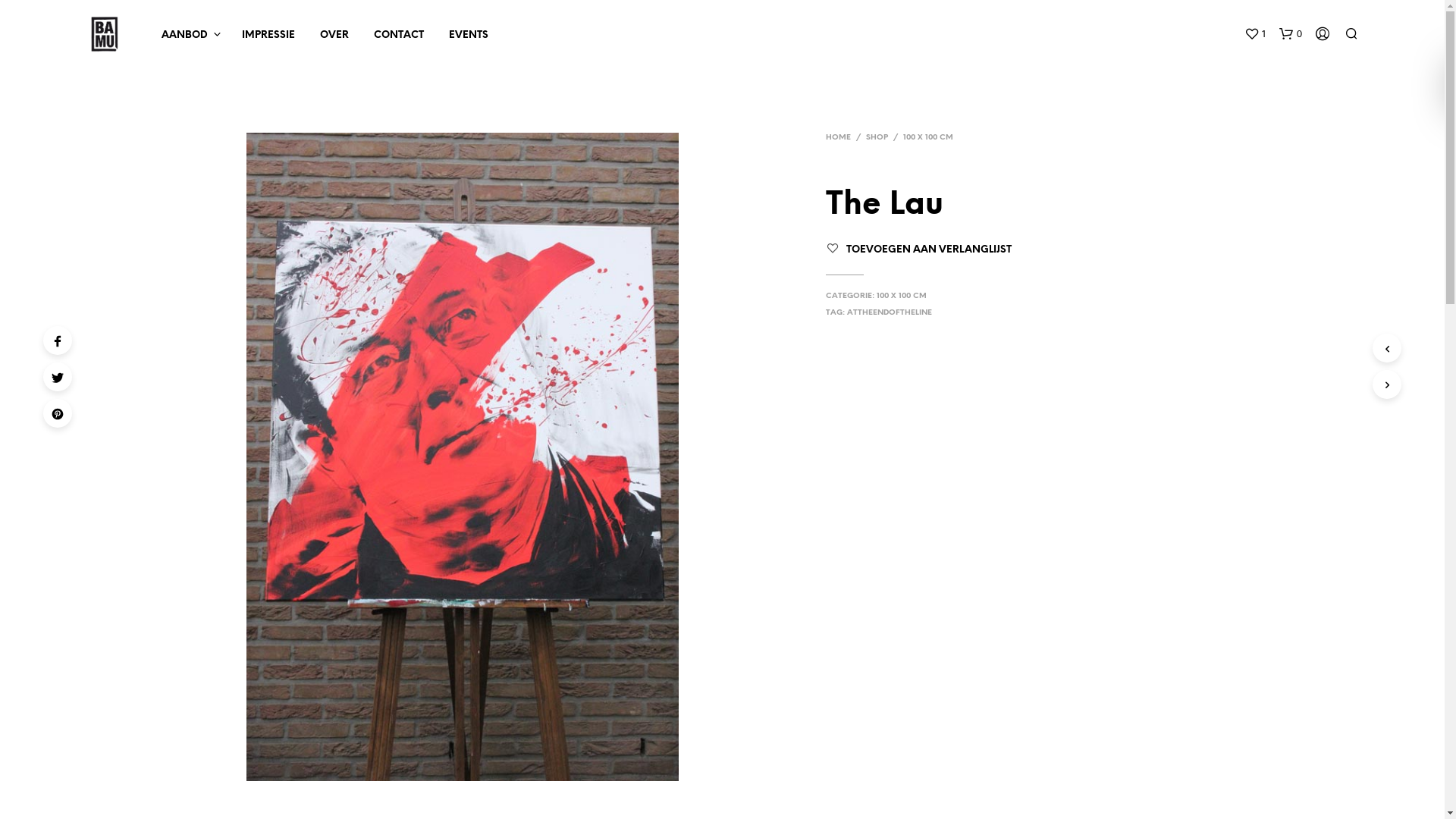 Image resolution: width=1456 pixels, height=819 pixels. I want to click on '100 X 100 CM', so click(877, 296).